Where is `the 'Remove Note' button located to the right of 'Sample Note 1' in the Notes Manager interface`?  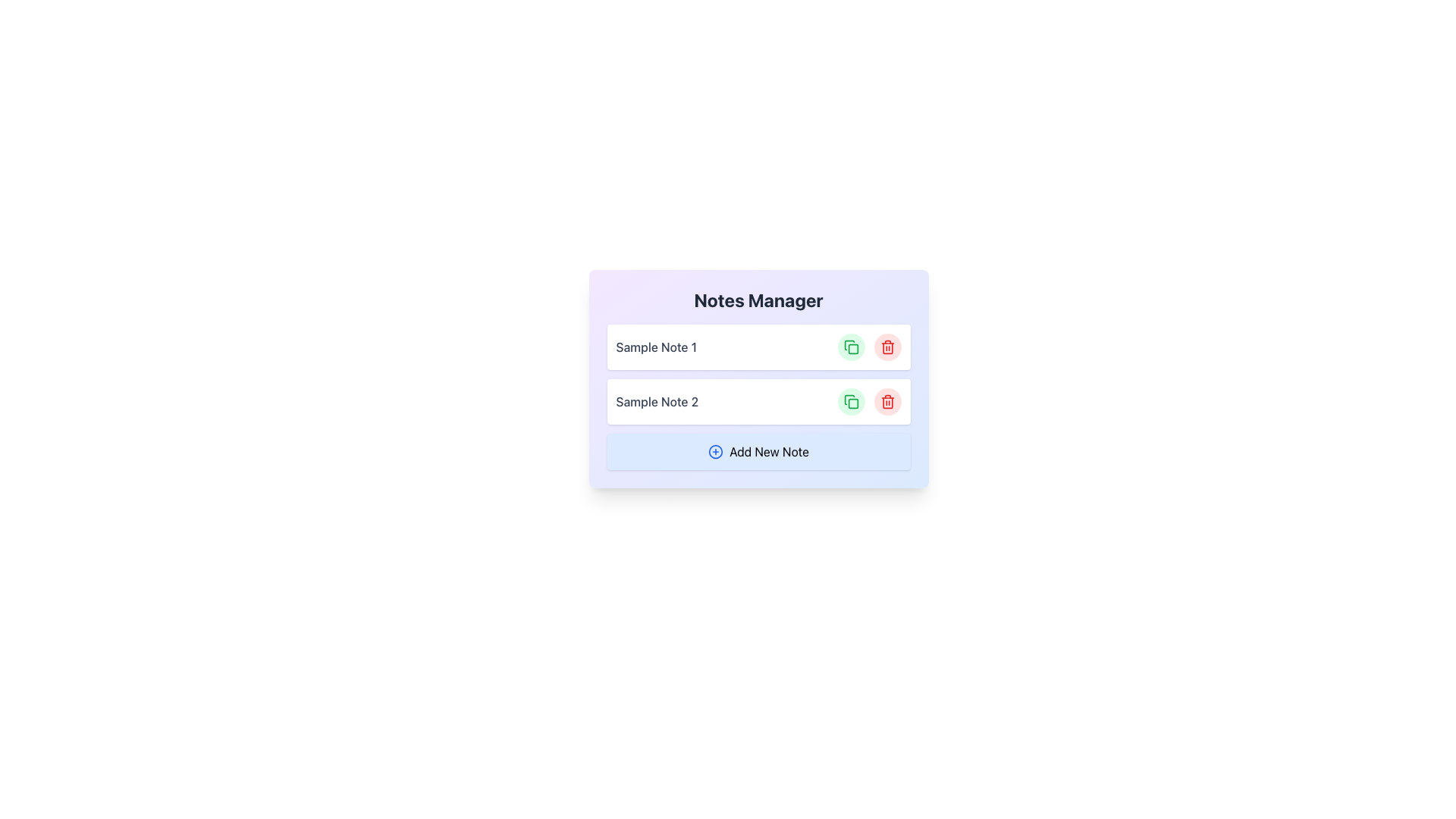
the 'Remove Note' button located to the right of 'Sample Note 1' in the Notes Manager interface is located at coordinates (887, 347).